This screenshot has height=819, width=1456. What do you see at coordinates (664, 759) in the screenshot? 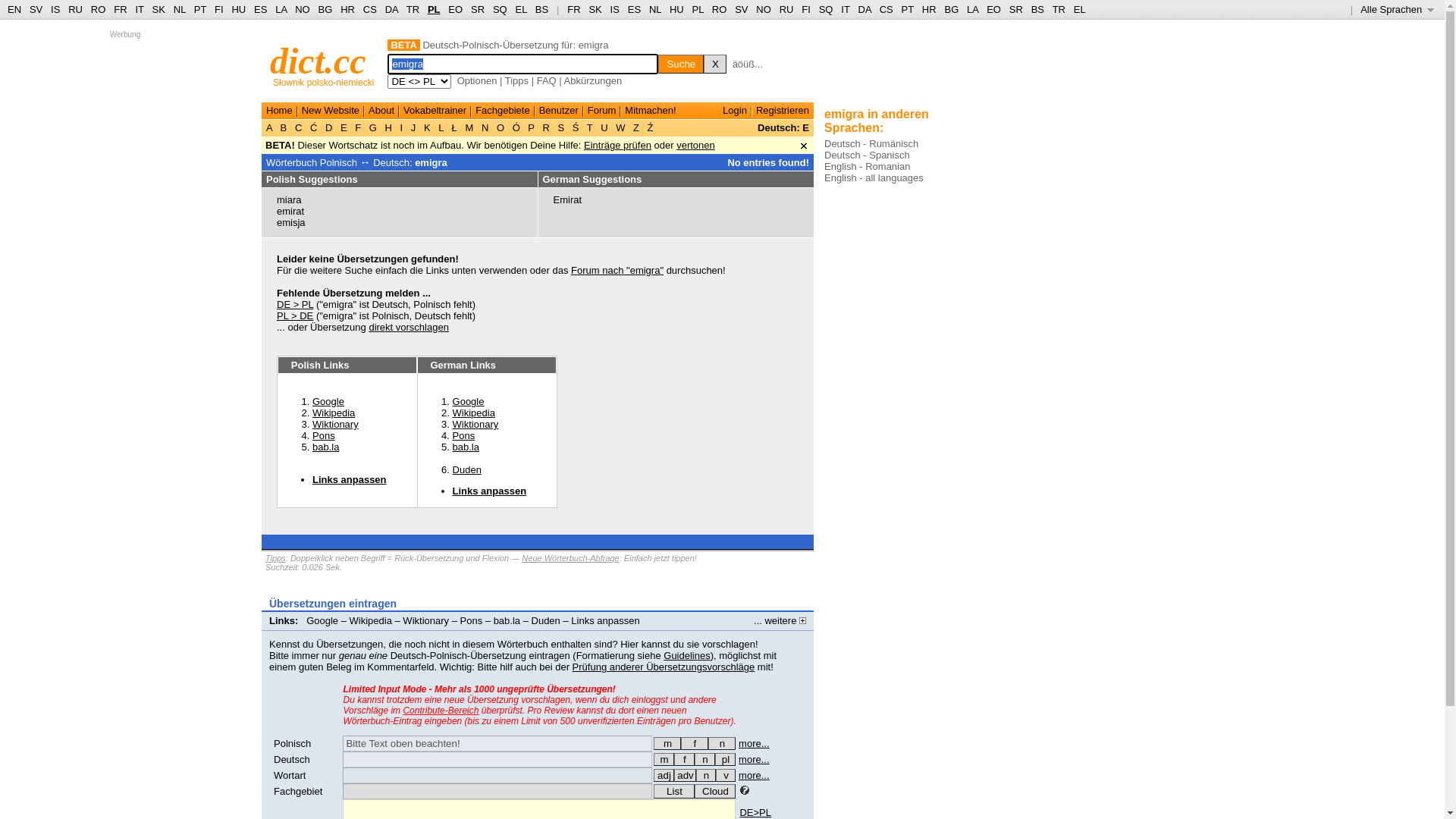
I see `'m'` at bounding box center [664, 759].